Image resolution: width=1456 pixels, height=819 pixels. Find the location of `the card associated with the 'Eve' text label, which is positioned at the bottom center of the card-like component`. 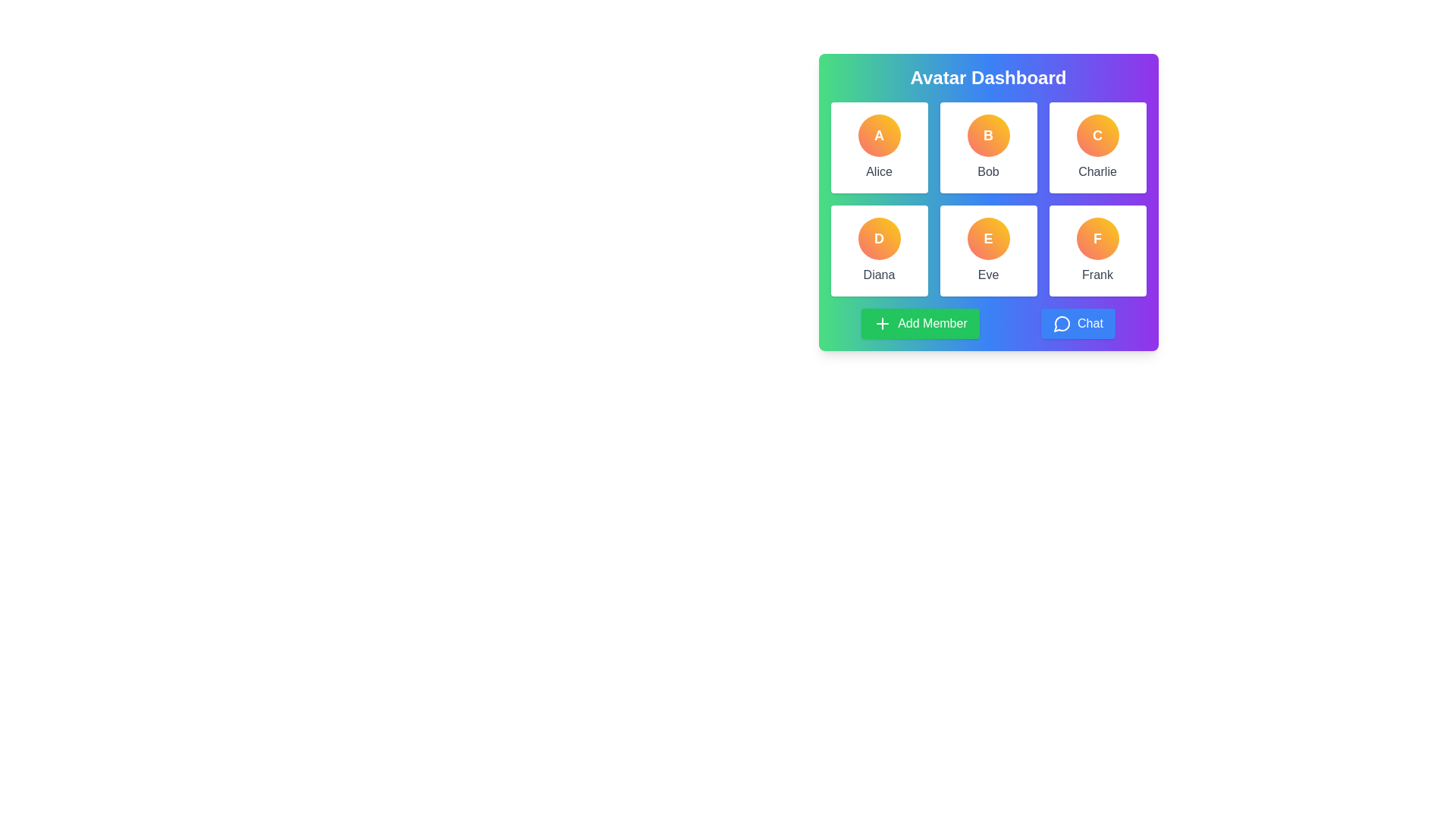

the card associated with the 'Eve' text label, which is positioned at the bottom center of the card-like component is located at coordinates (988, 275).